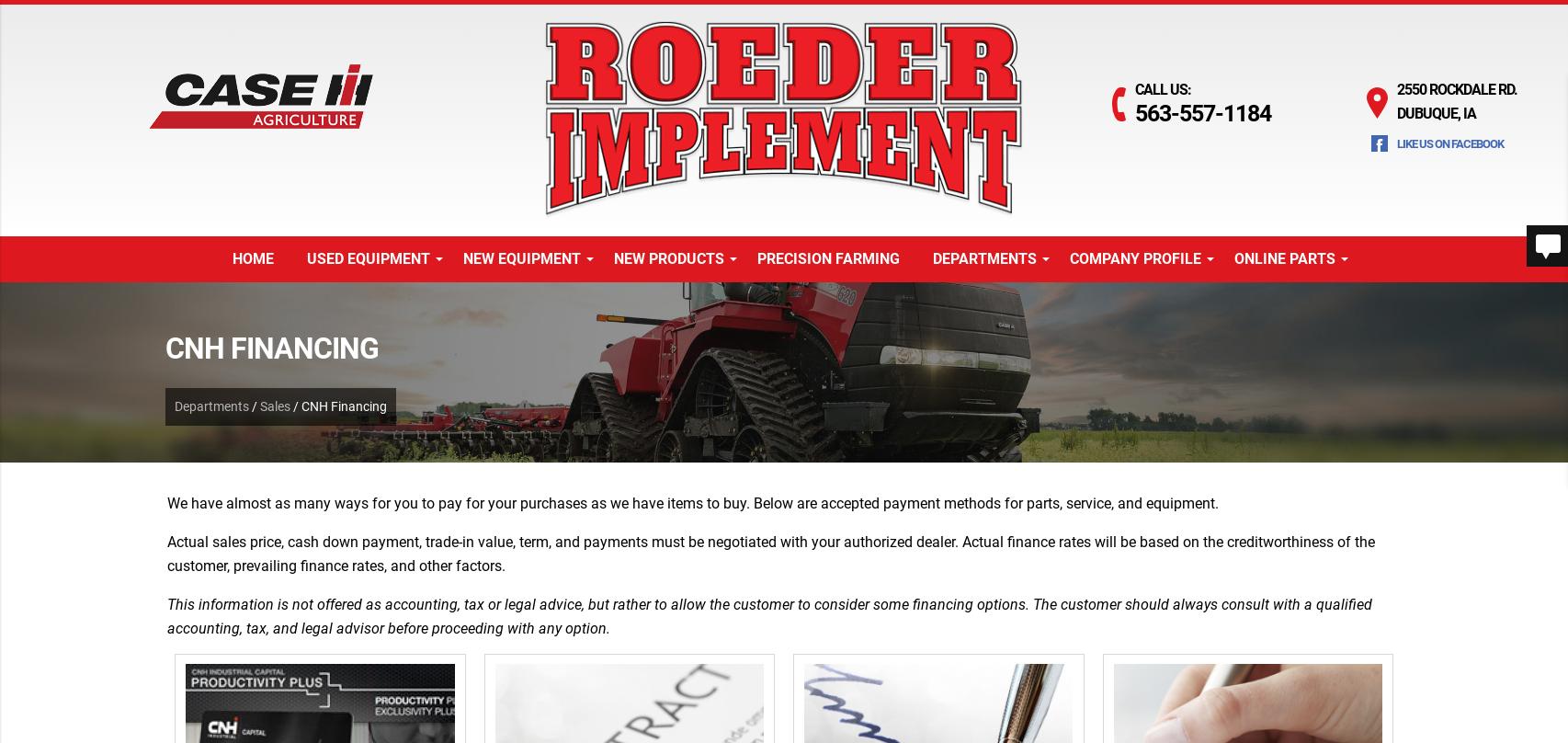 This screenshot has height=743, width=1568. Describe the element at coordinates (520, 257) in the screenshot. I see `'New Equipment'` at that location.